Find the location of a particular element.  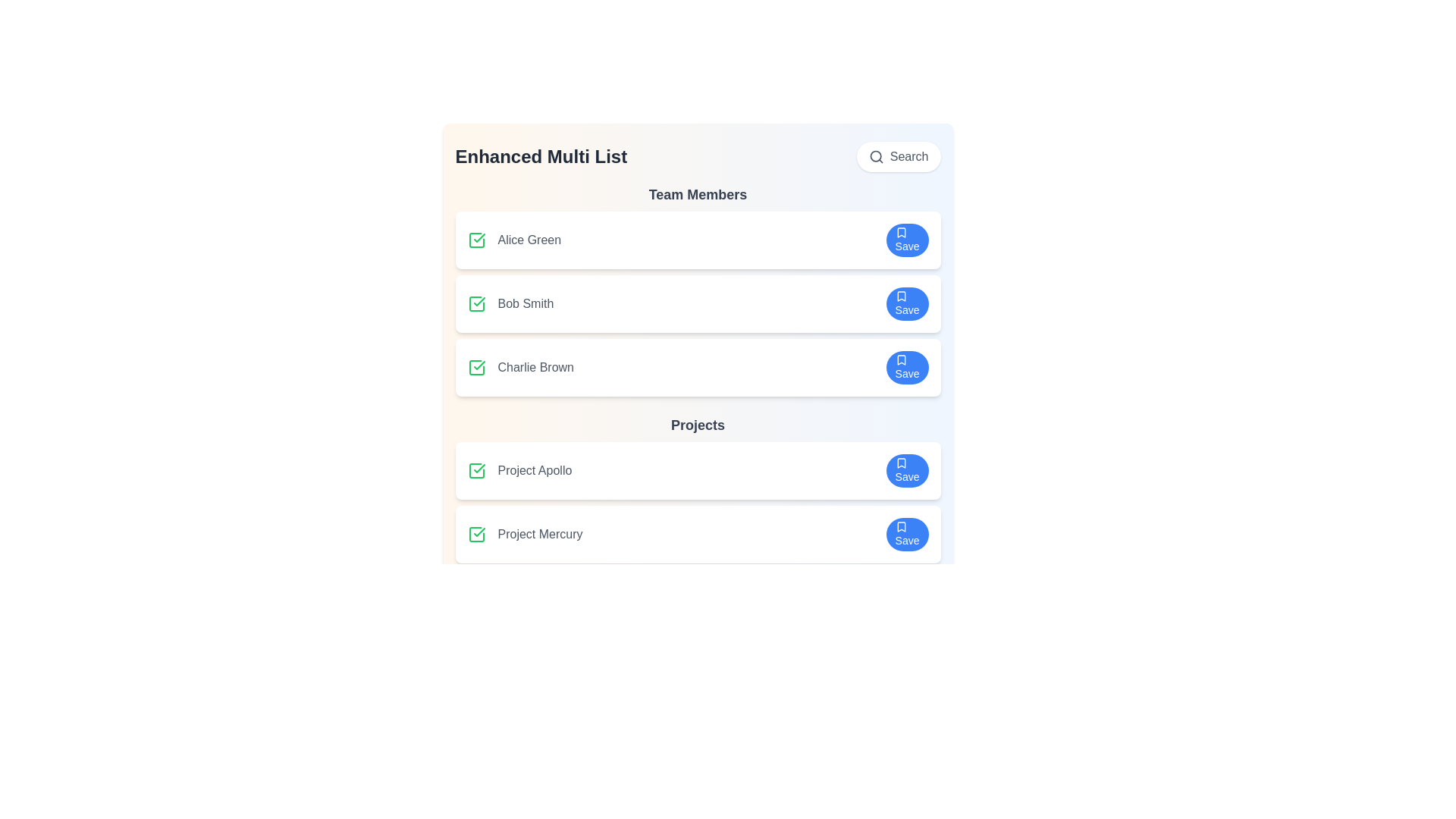

the save button for Project Mercury is located at coordinates (907, 534).